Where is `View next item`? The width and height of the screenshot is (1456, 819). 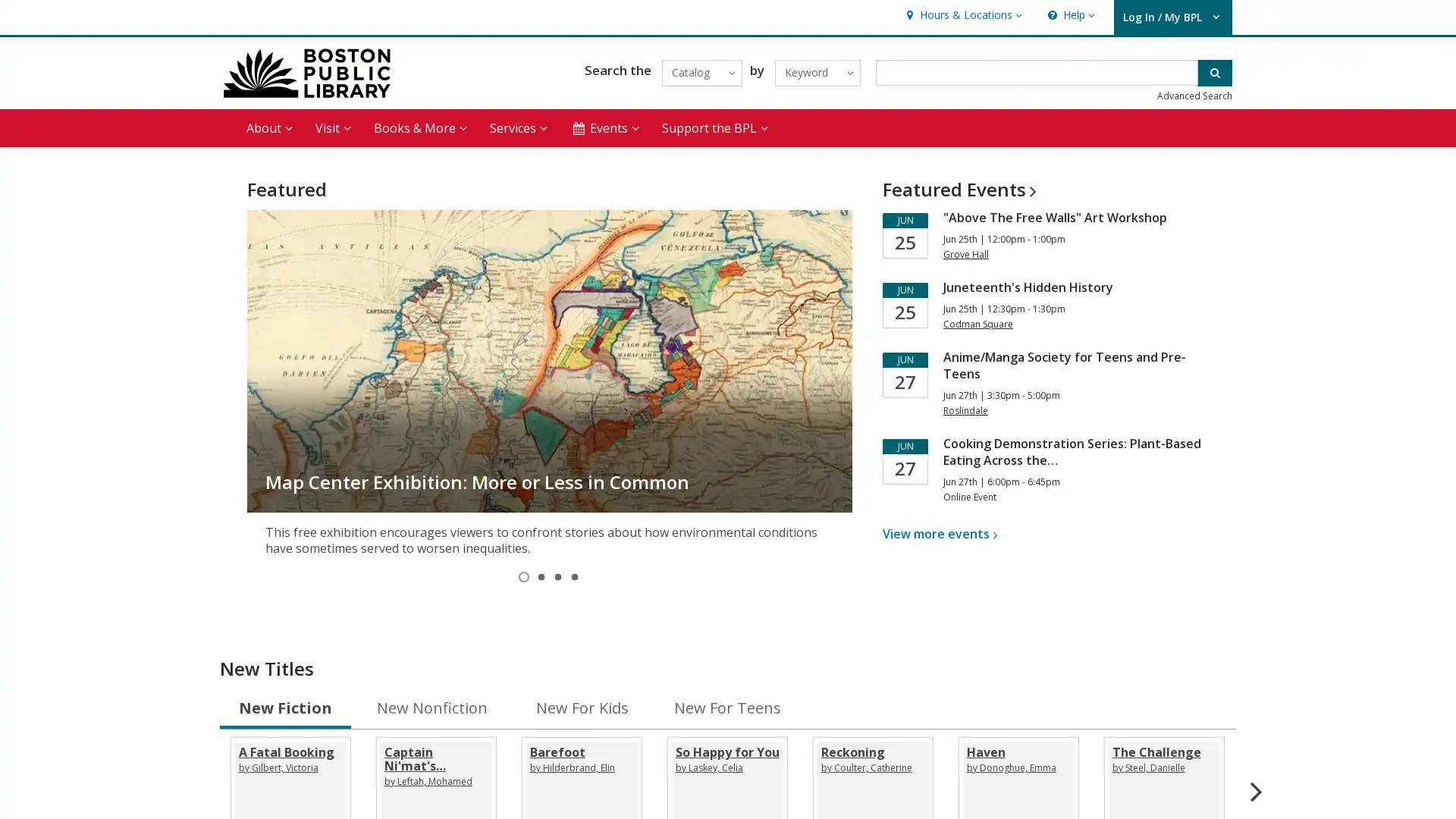 View next item is located at coordinates (836, 359).